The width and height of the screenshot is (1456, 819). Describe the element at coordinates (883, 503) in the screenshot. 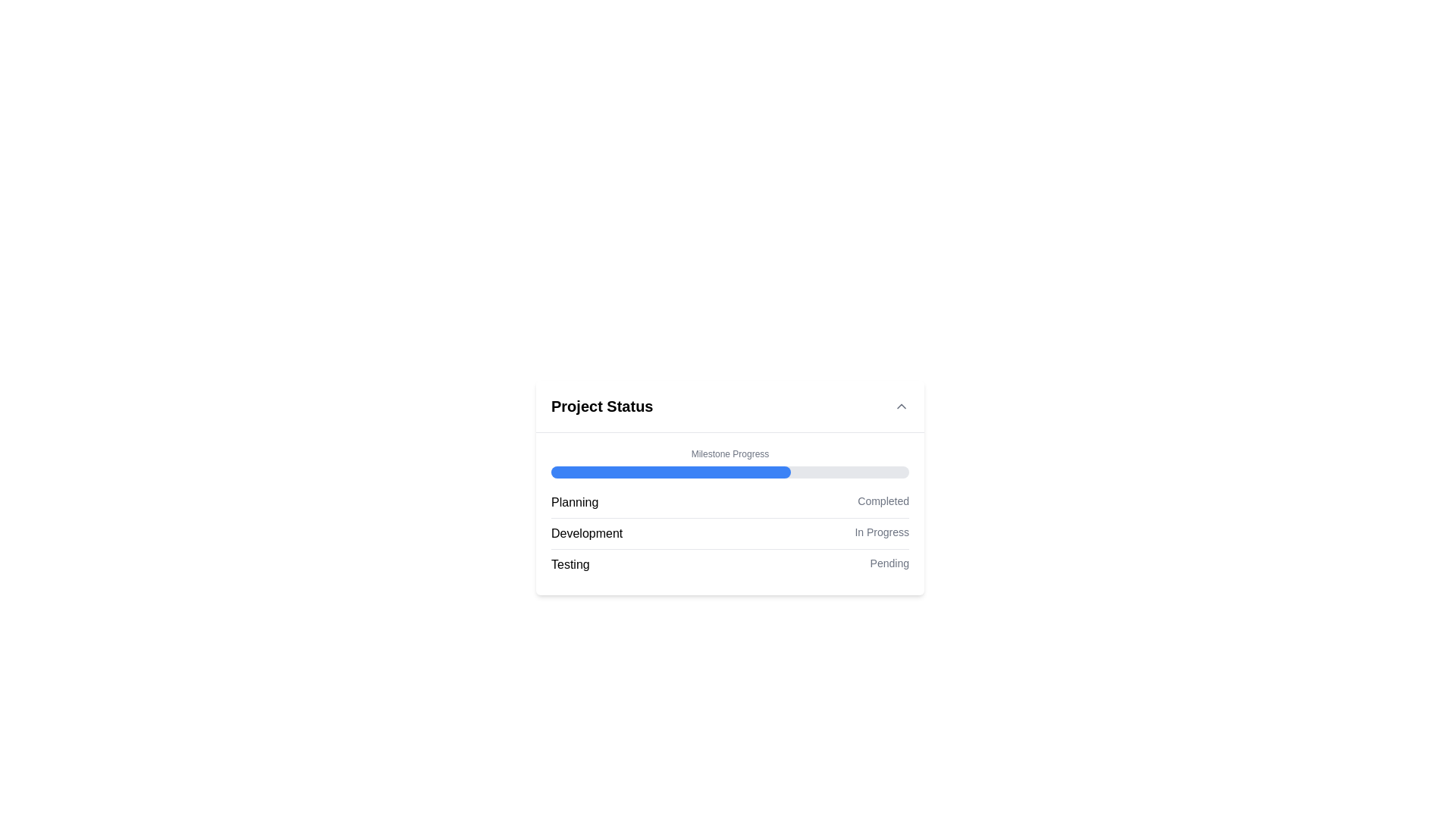

I see `the 'Completed' text label that is aligned to the right of the 'Planning' label in the horizontal layout` at that location.